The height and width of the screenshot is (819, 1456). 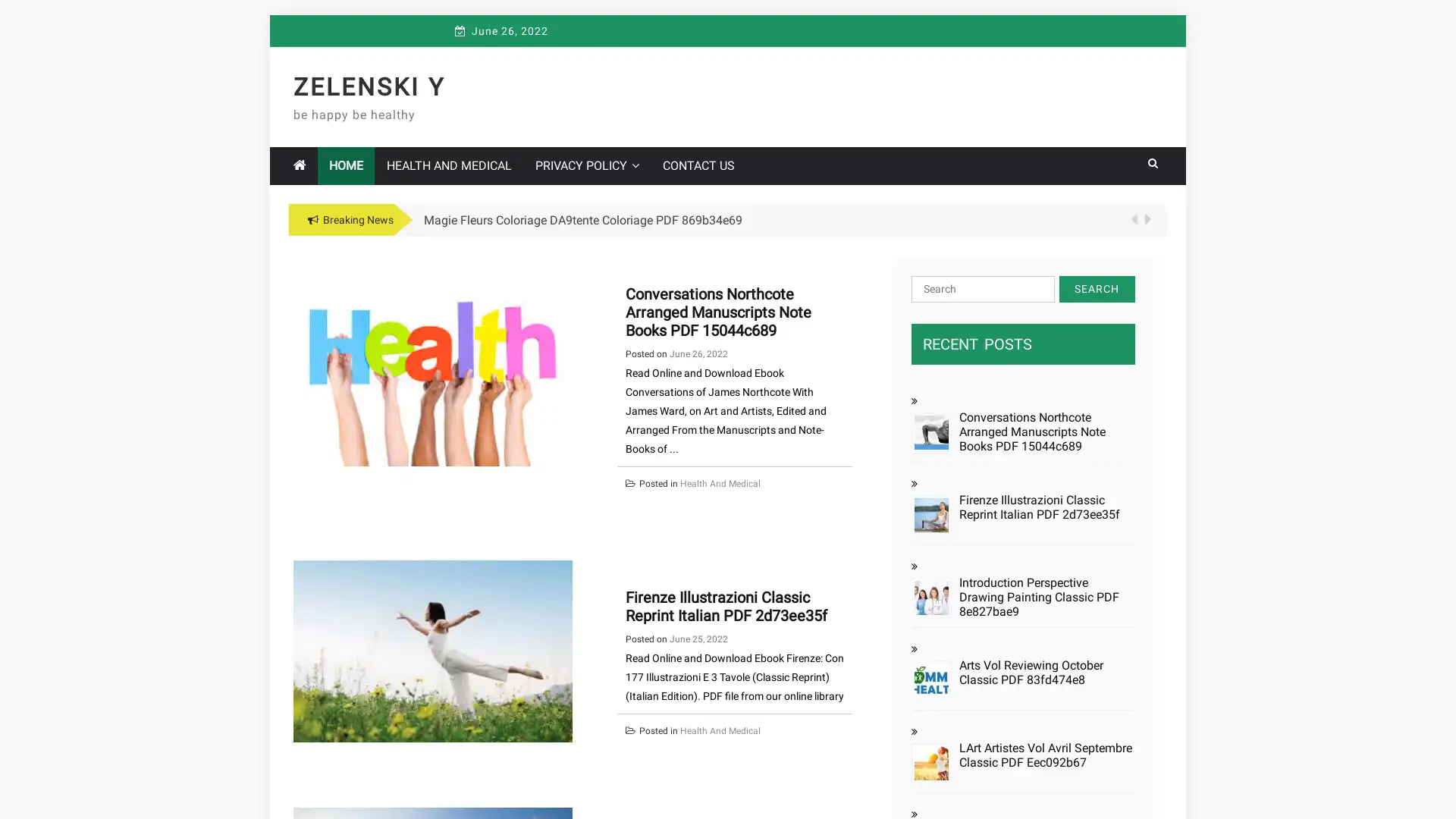 I want to click on Search, so click(x=1096, y=288).